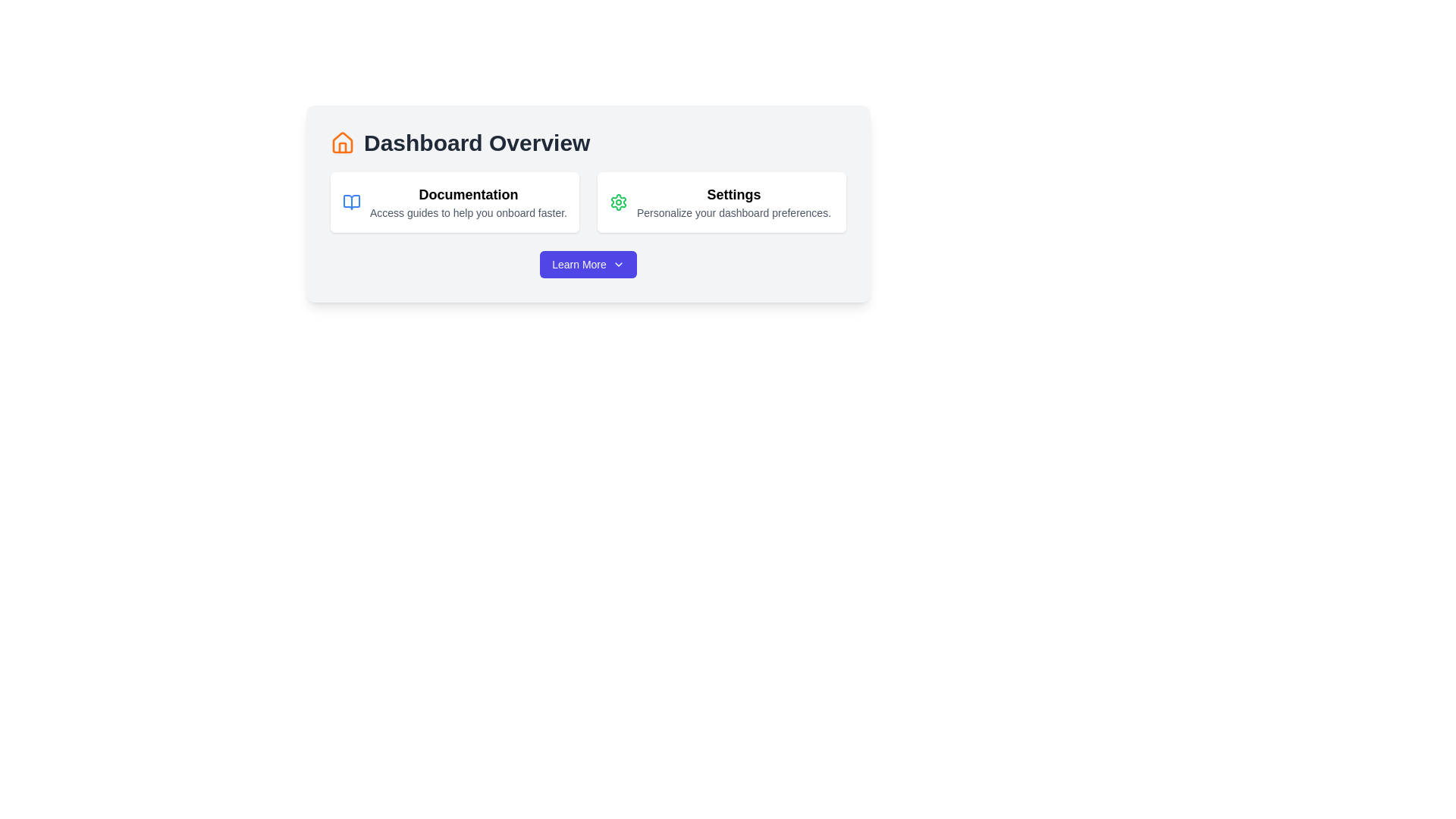  Describe the element at coordinates (468, 213) in the screenshot. I see `the text element reading 'Access guides to help you onboard faster.' which is styled in small gray text and positioned below the 'Documentation' heading within a card-like section` at that location.